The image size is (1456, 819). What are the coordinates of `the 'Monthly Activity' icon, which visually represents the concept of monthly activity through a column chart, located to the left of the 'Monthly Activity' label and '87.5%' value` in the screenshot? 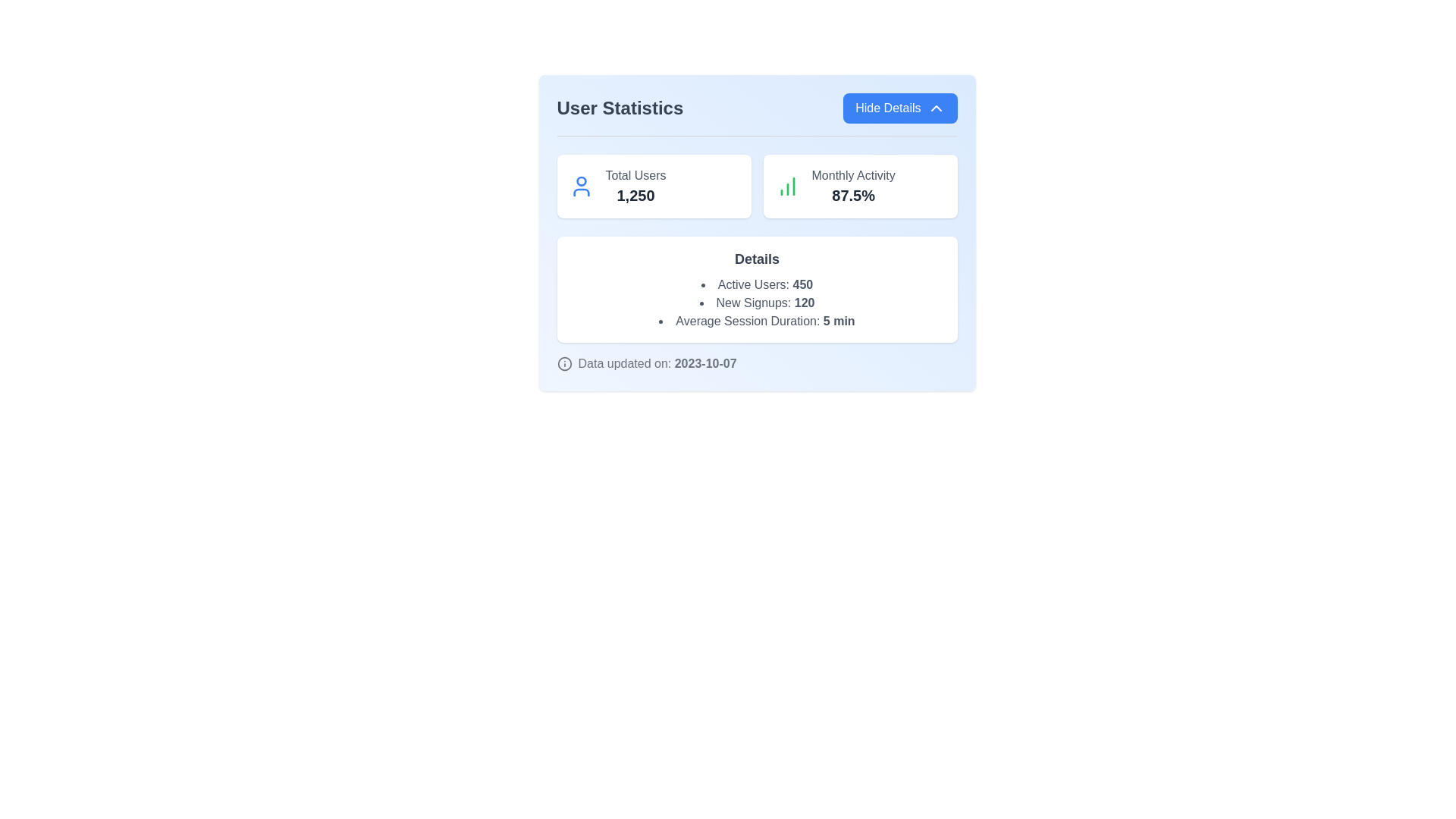 It's located at (787, 186).